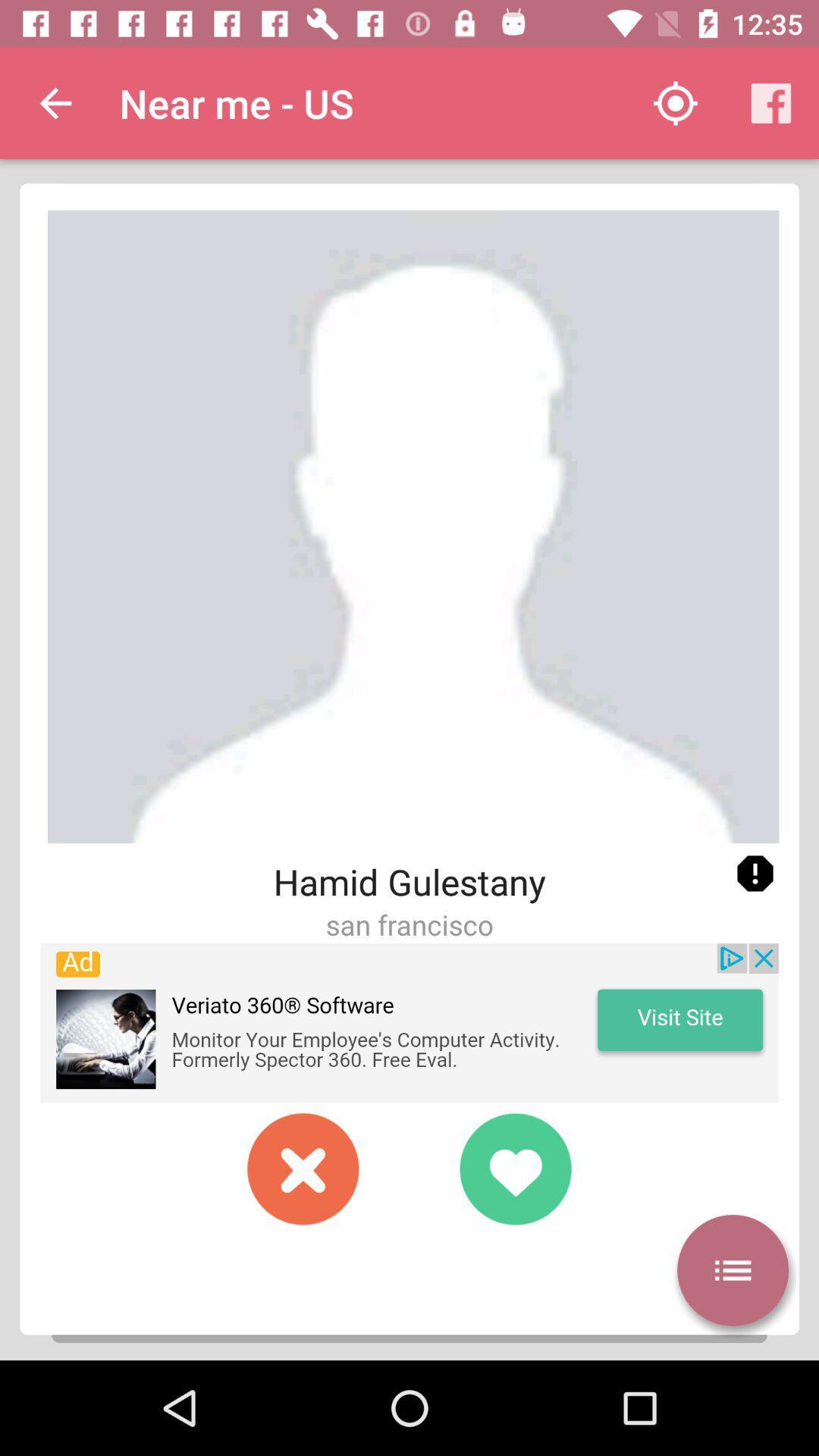  What do you see at coordinates (732, 1270) in the screenshot?
I see `autoplay option` at bounding box center [732, 1270].